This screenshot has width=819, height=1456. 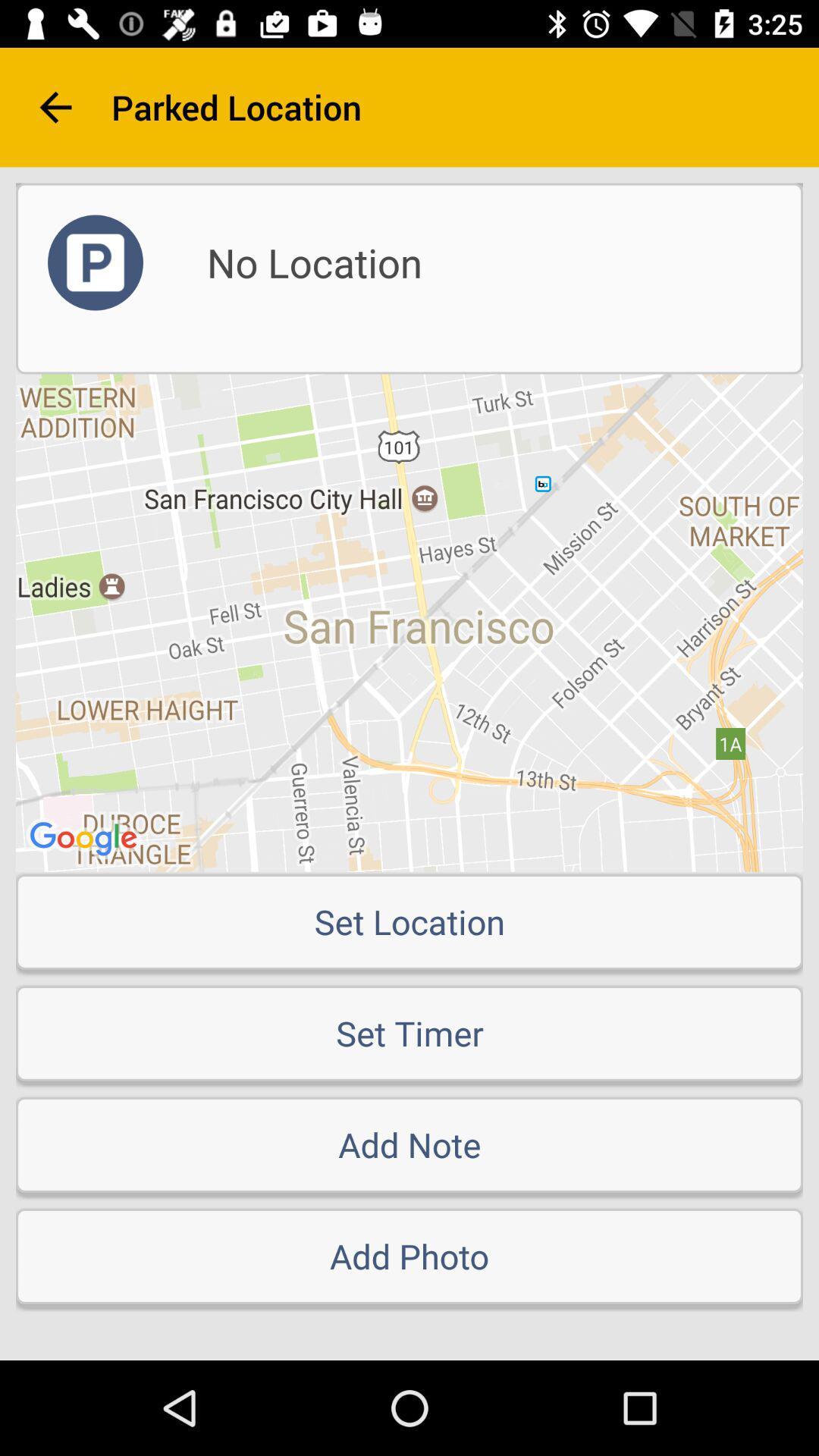 What do you see at coordinates (409, 921) in the screenshot?
I see `set location` at bounding box center [409, 921].